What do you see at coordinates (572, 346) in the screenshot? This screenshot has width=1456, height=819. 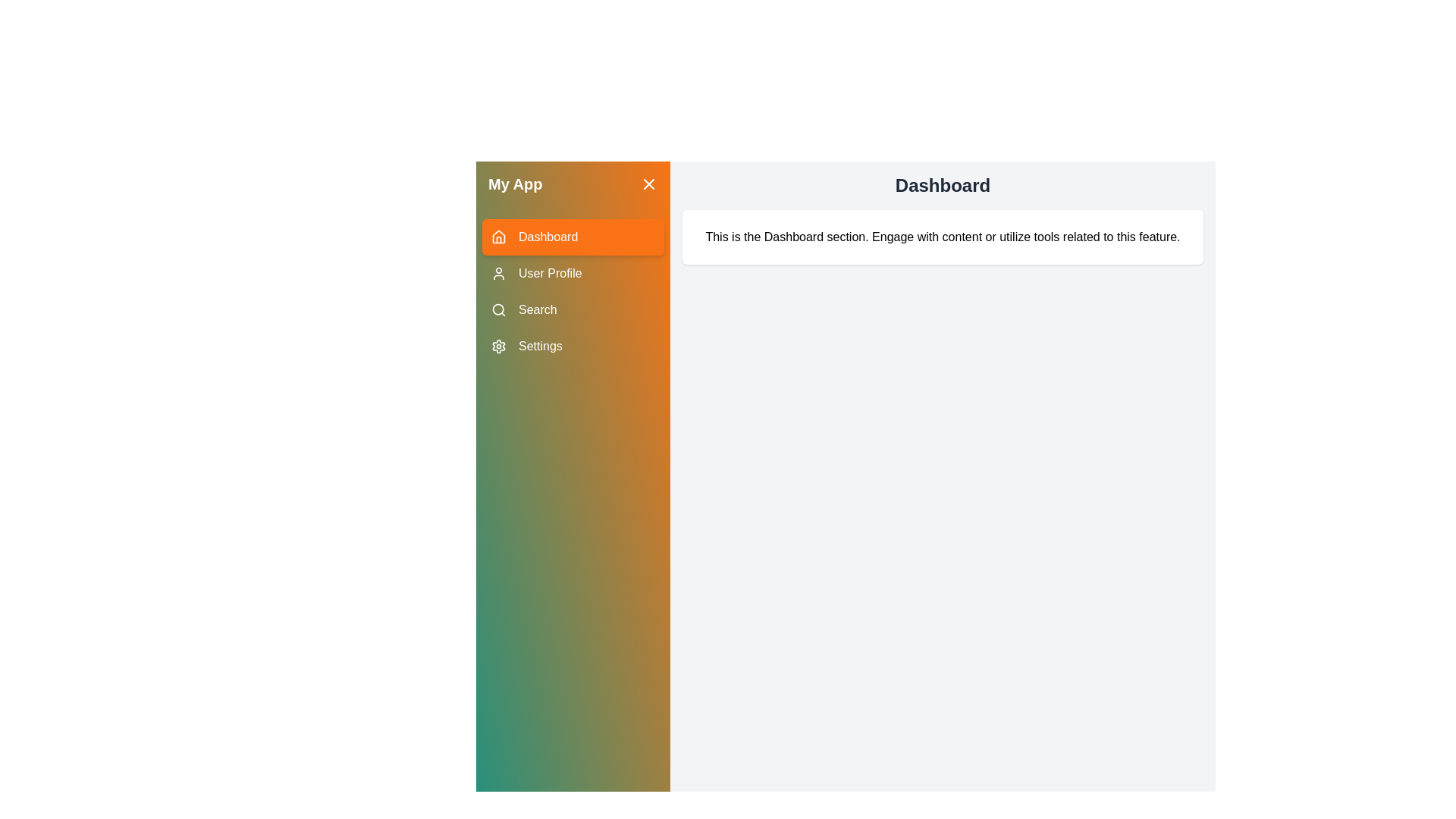 I see `the menu item labeled Settings to change the active section` at bounding box center [572, 346].